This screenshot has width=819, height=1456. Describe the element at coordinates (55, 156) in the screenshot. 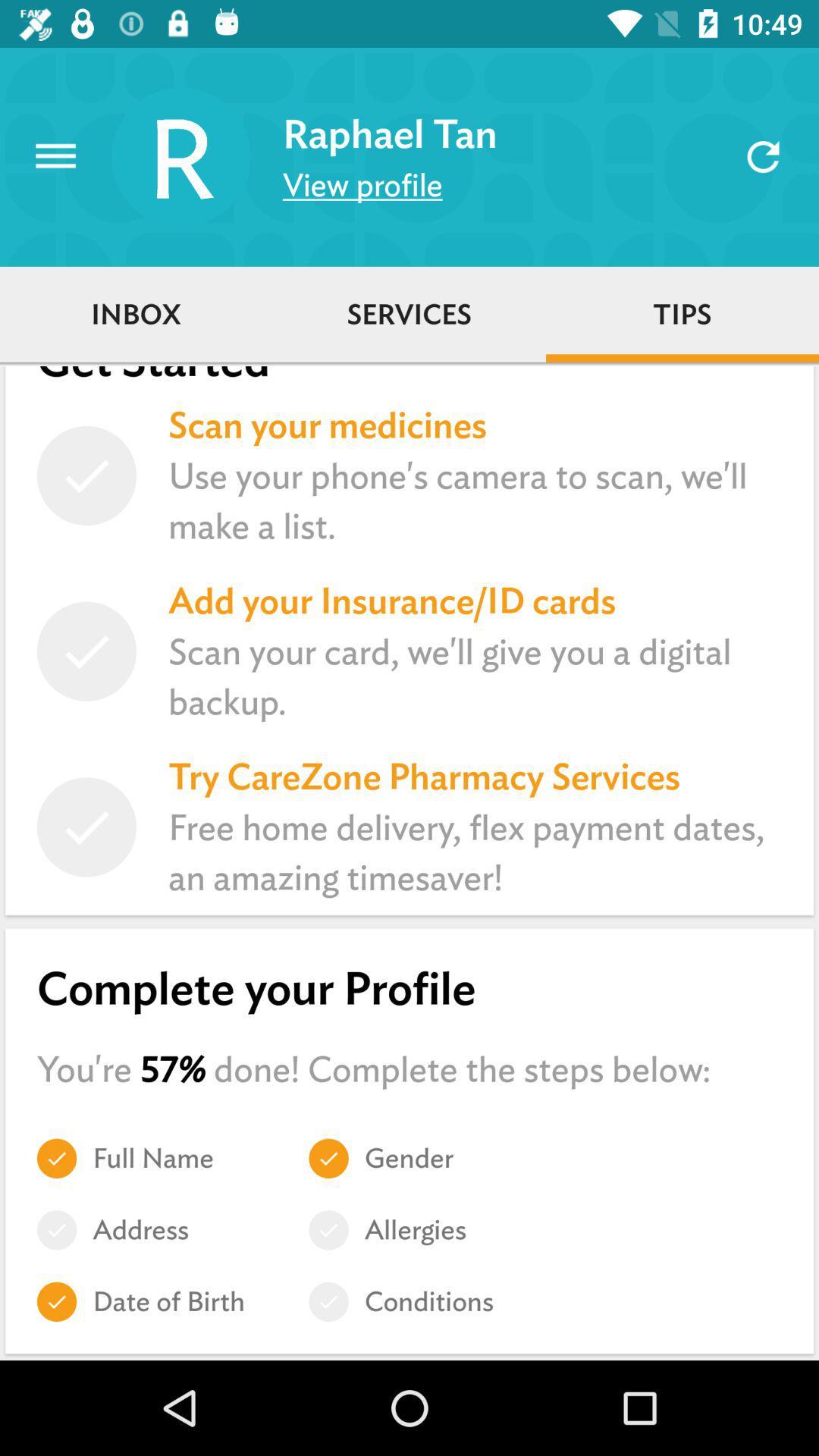

I see `the menu icon` at that location.